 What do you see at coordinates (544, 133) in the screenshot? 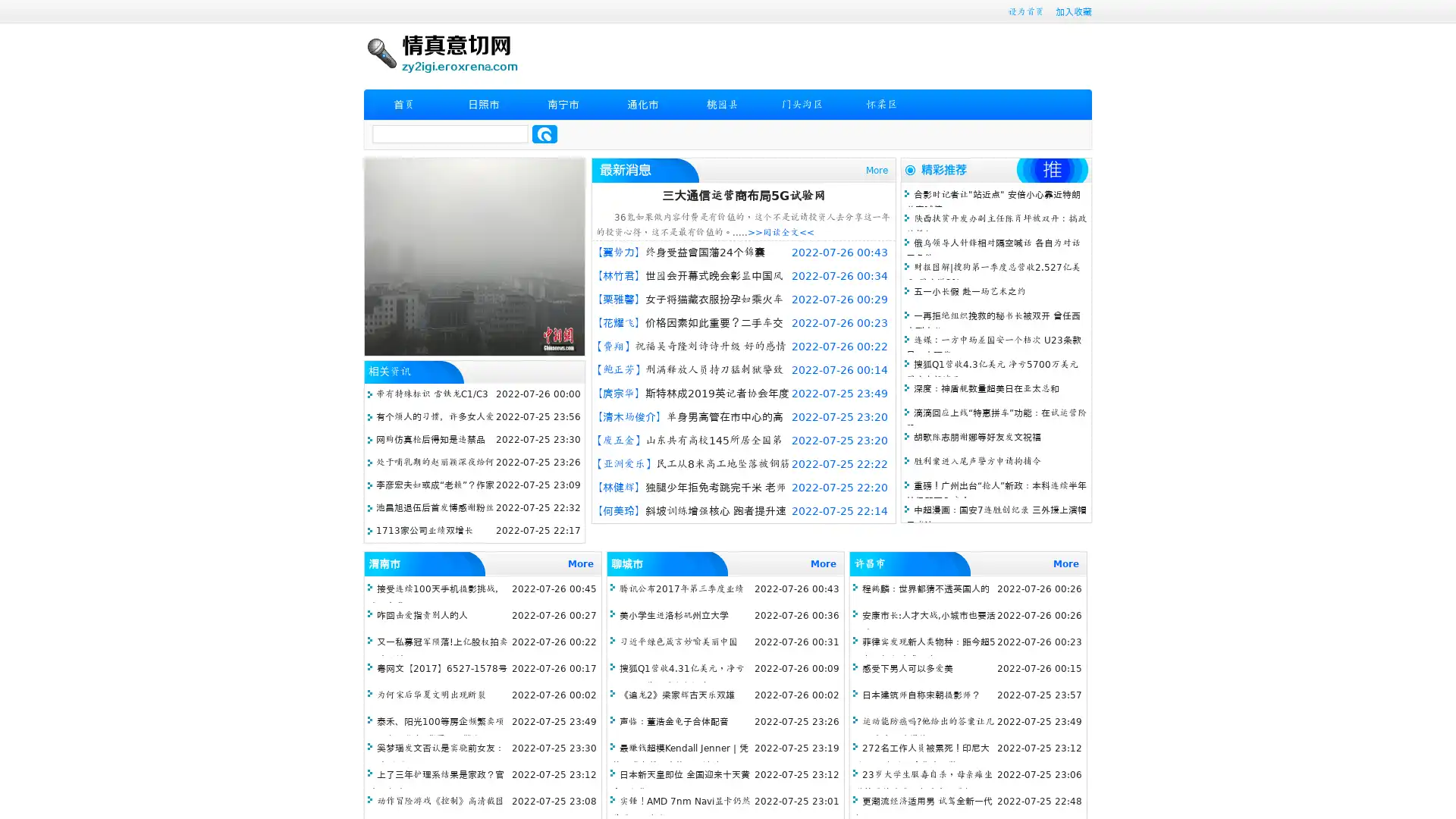
I see `Search` at bounding box center [544, 133].